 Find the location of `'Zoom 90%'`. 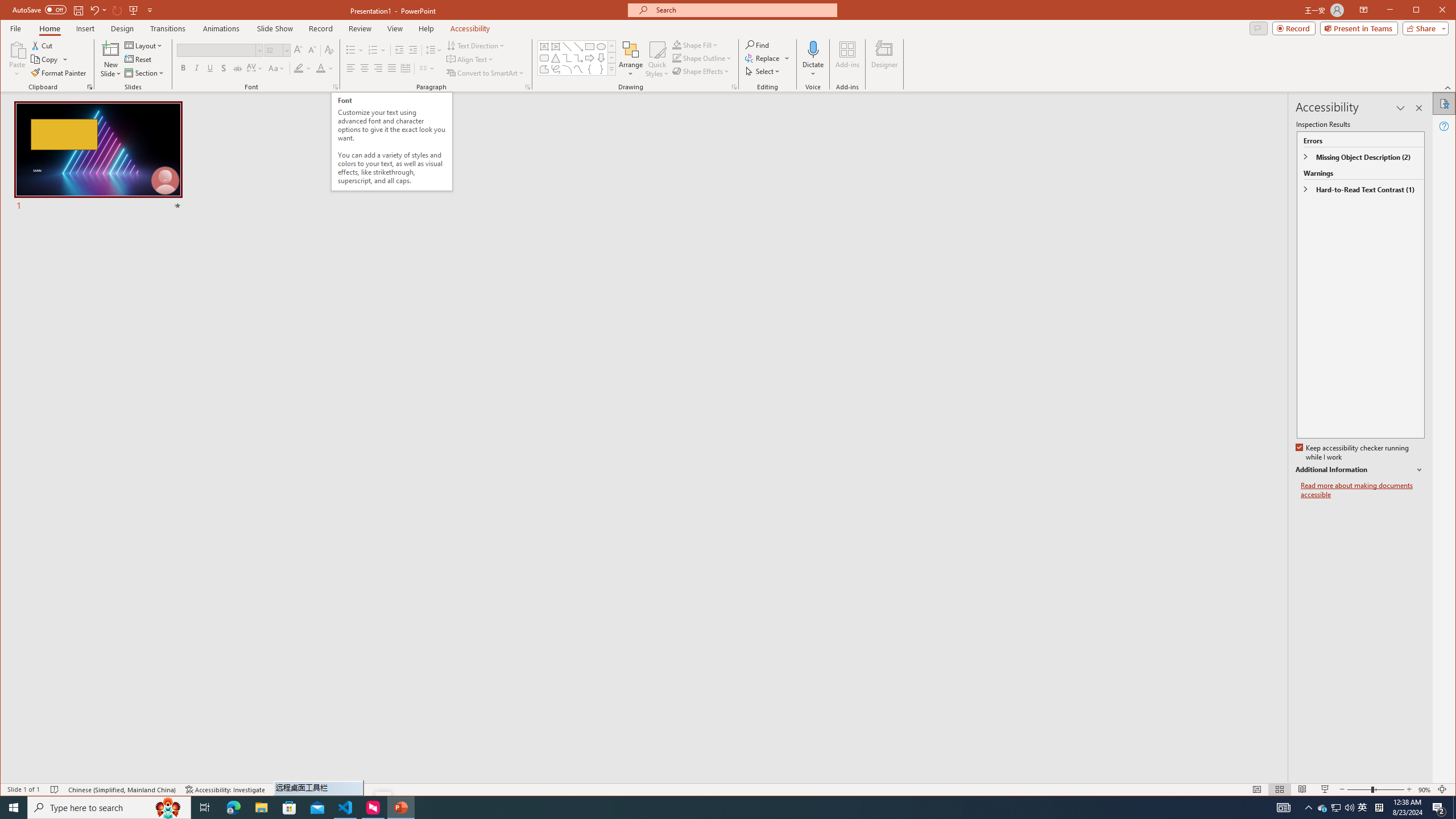

'Zoom 90%' is located at coordinates (1424, 789).